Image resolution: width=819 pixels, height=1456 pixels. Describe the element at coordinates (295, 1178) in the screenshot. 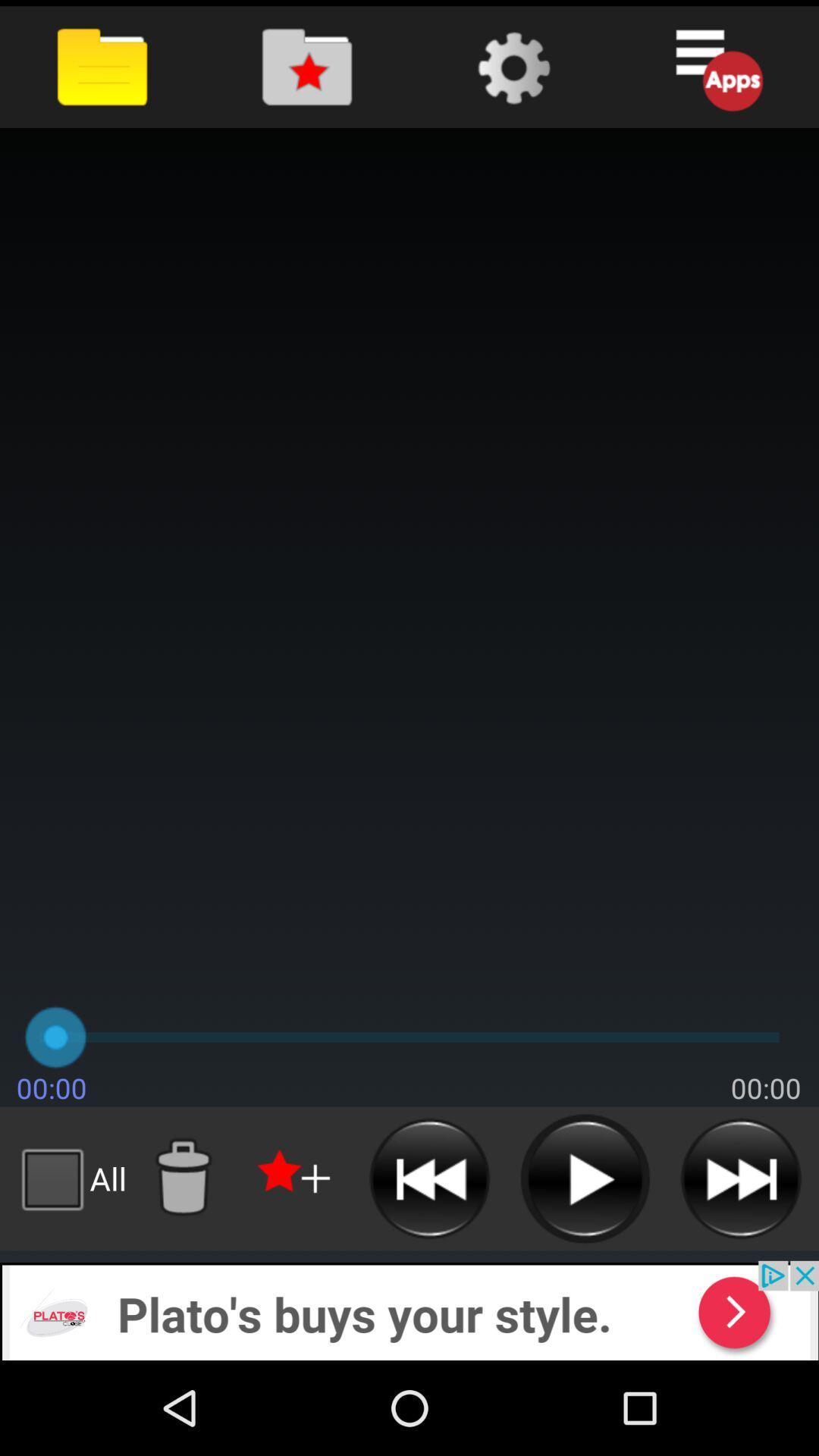

I see `automatic call recording application` at that location.